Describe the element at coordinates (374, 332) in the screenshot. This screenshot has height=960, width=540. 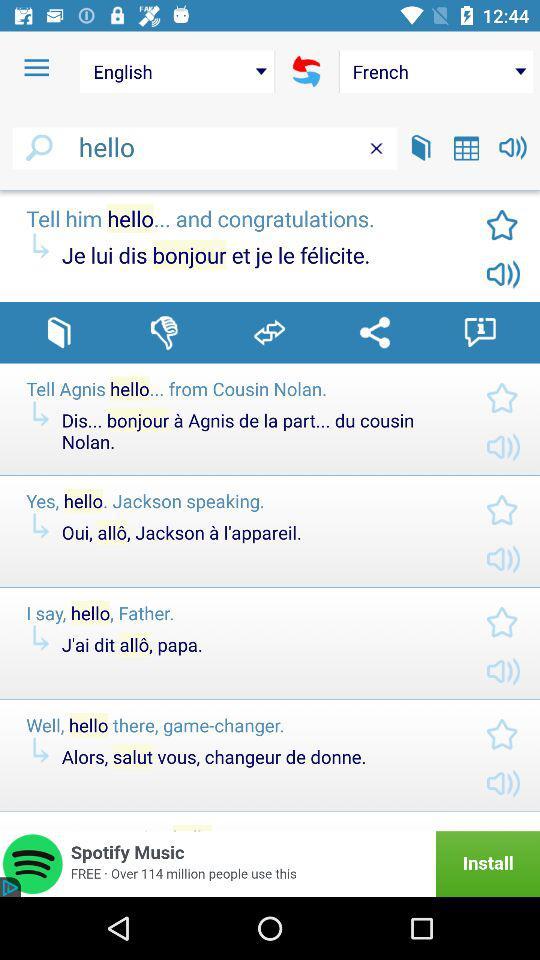
I see `share translation` at that location.